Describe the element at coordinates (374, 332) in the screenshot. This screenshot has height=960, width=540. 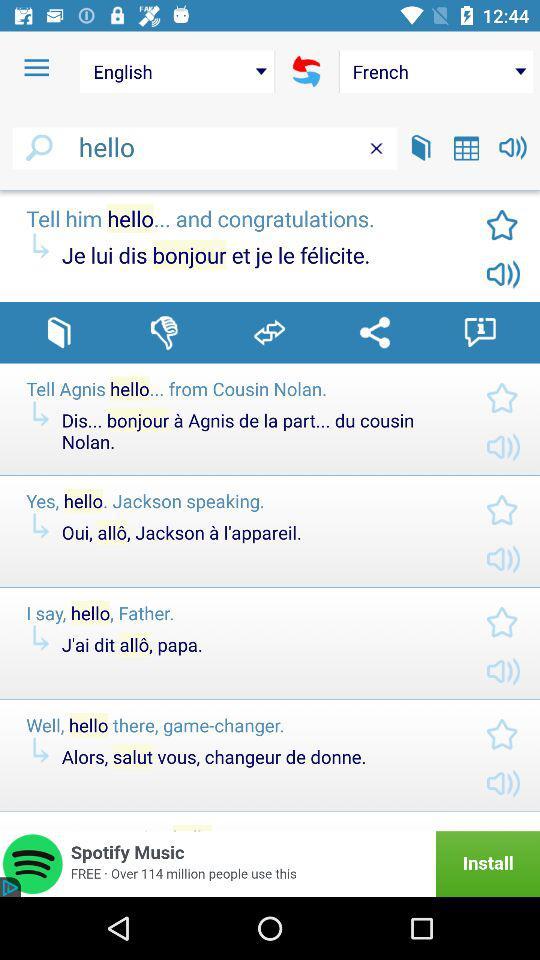
I see `share translation` at that location.